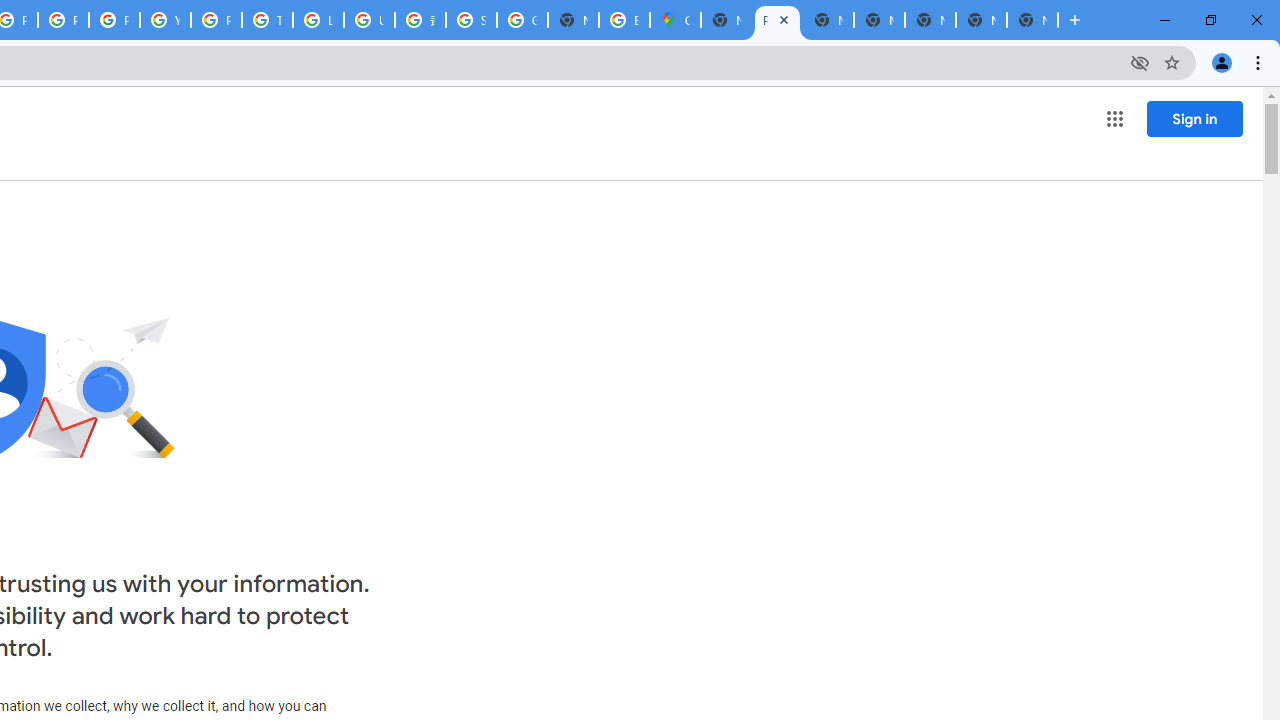 This screenshot has width=1280, height=720. What do you see at coordinates (675, 20) in the screenshot?
I see `'Google Maps'` at bounding box center [675, 20].